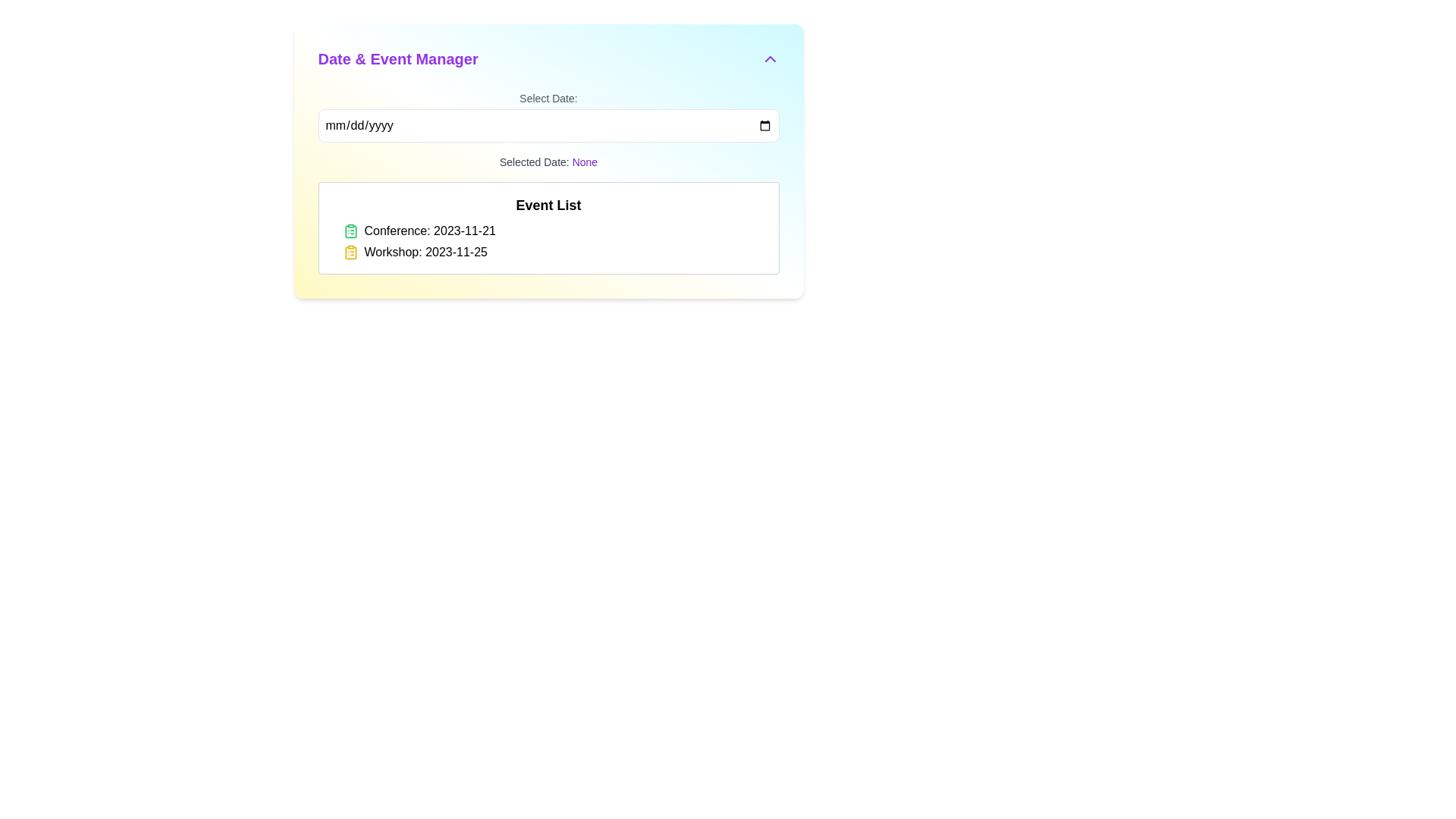 This screenshot has height=819, width=1456. Describe the element at coordinates (548, 162) in the screenshot. I see `the Text Display element that shows the currently selected date, which is located below the 'Select Date:' input field and above the 'Event List' section` at that location.